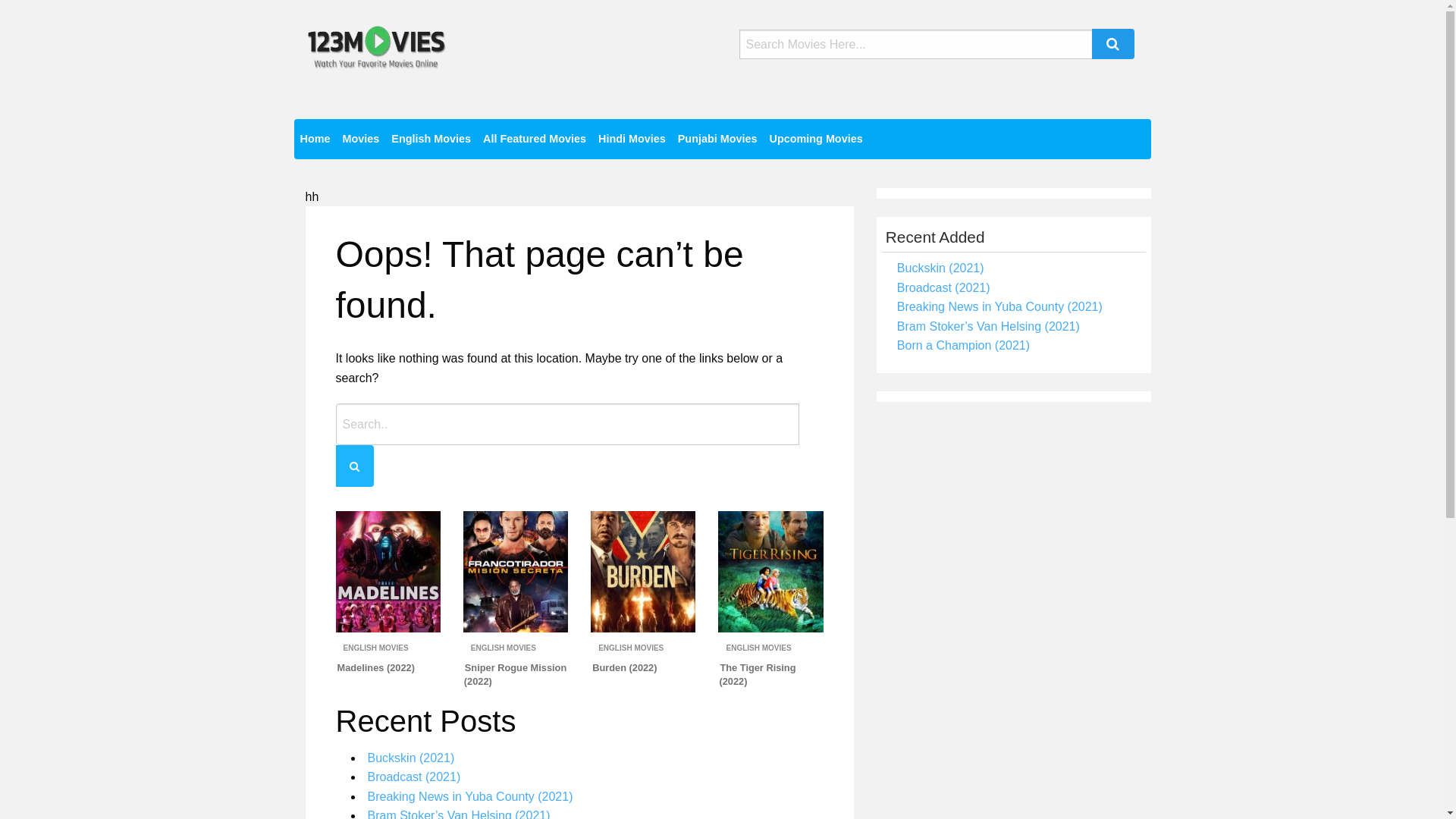  Describe the element at coordinates (815, 139) in the screenshot. I see `'Upcoming Movies'` at that location.